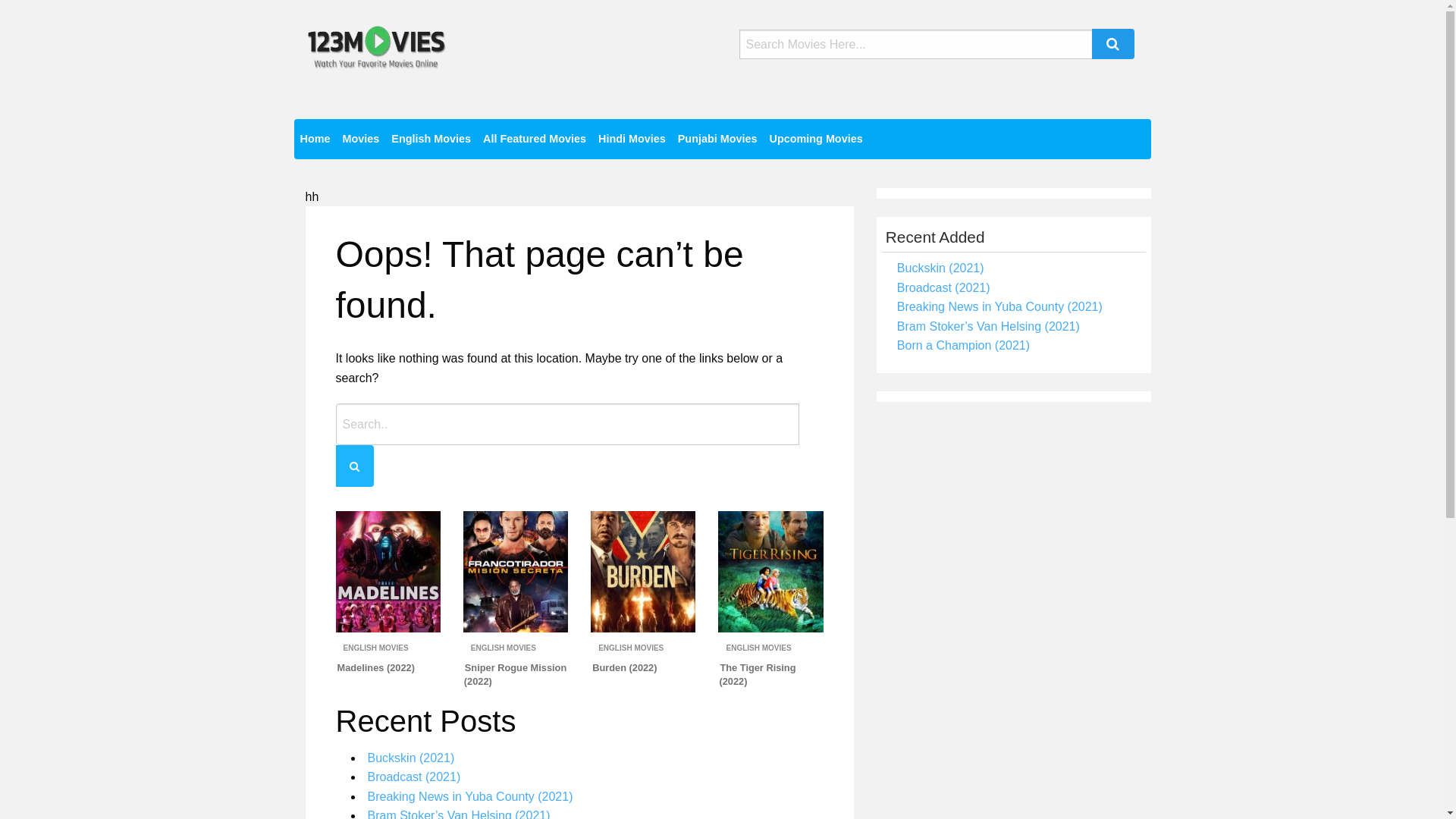  Describe the element at coordinates (815, 139) in the screenshot. I see `'Upcoming Movies'` at that location.